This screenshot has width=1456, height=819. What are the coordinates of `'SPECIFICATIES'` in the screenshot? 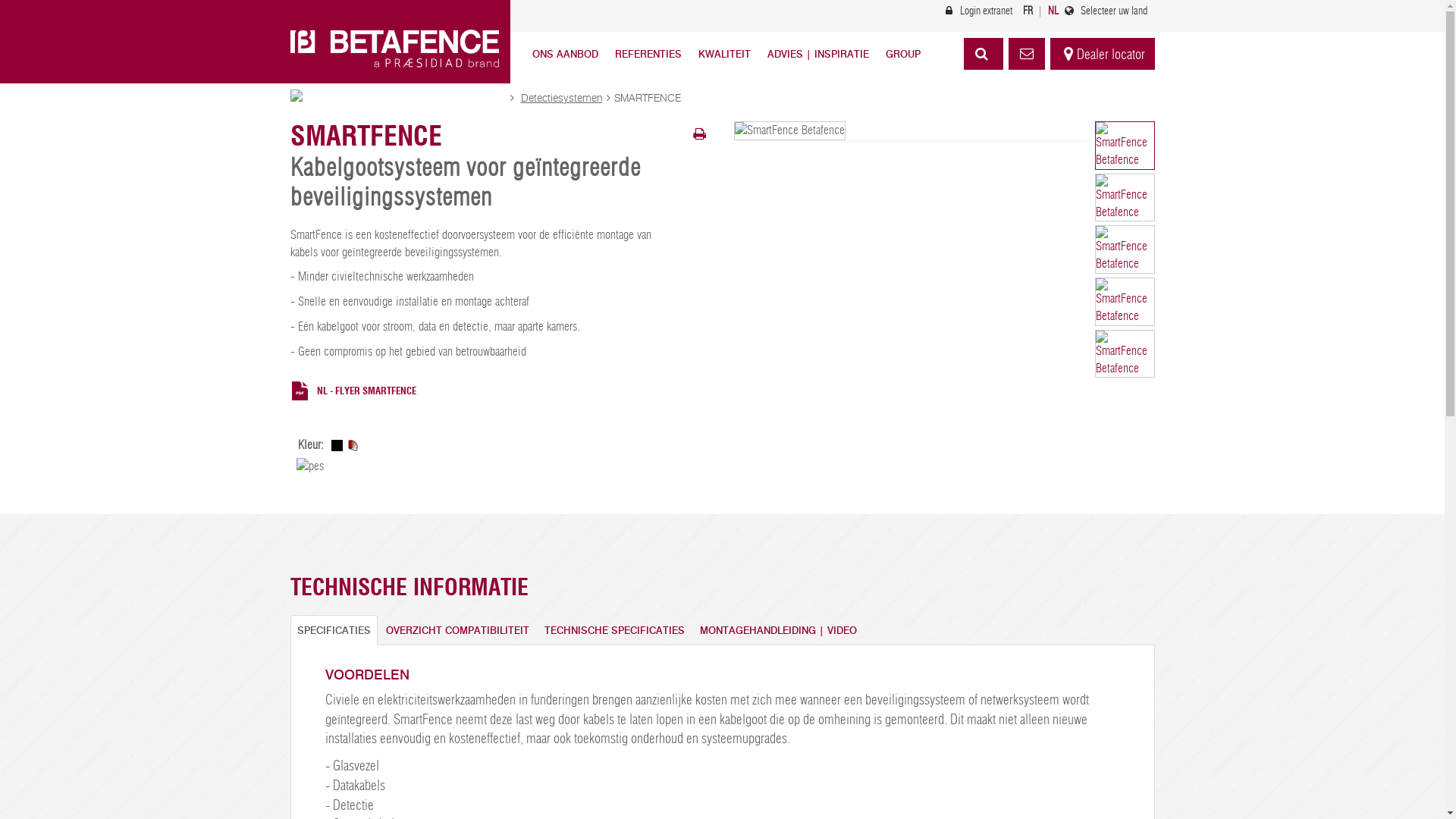 It's located at (332, 630).